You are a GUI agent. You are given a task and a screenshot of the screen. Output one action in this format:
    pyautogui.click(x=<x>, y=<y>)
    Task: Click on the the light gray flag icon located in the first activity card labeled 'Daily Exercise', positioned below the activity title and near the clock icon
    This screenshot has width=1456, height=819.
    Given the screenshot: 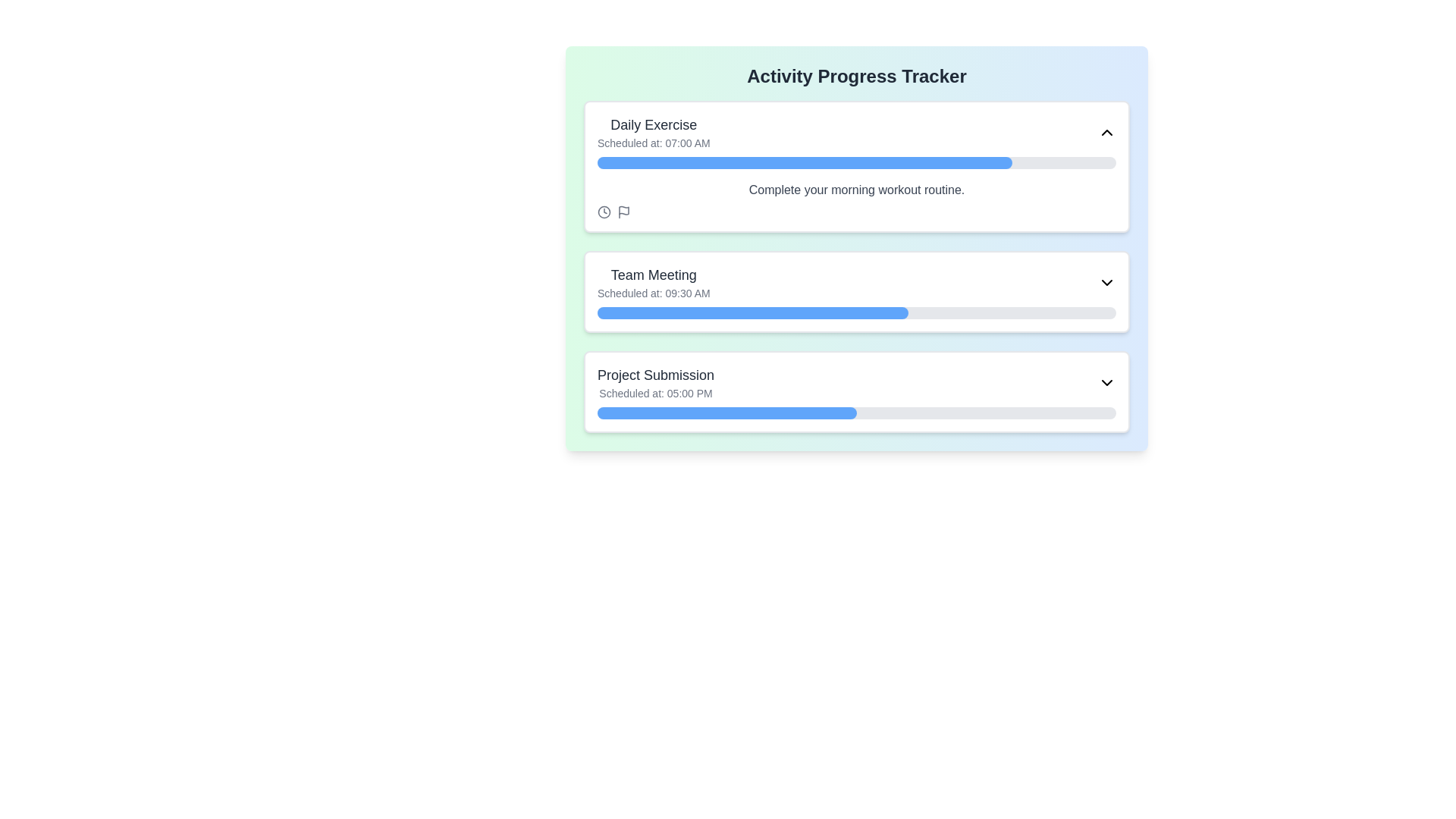 What is the action you would take?
    pyautogui.click(x=623, y=210)
    